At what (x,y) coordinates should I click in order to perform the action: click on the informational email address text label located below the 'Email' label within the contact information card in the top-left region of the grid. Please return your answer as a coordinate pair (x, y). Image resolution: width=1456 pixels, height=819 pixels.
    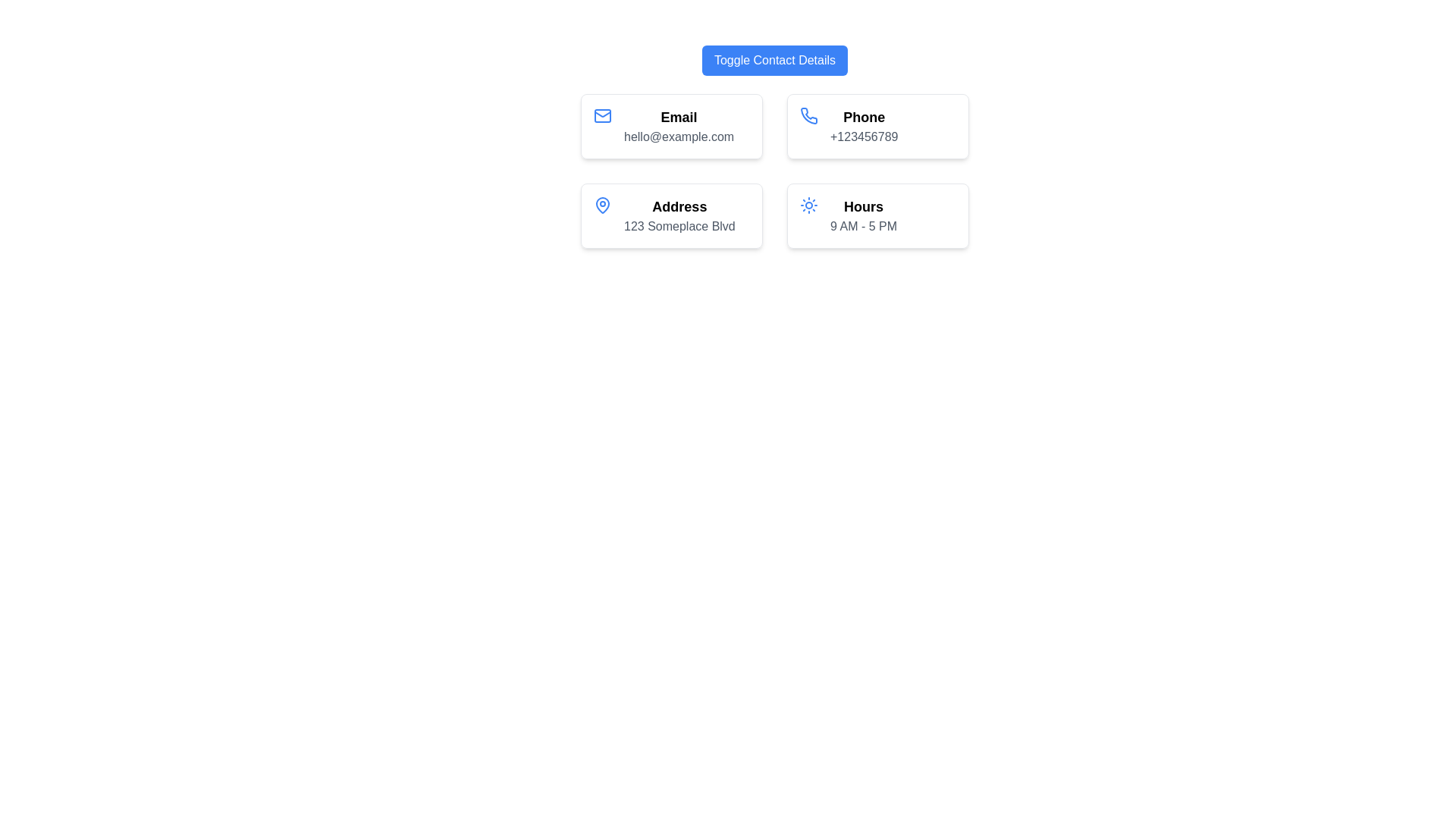
    Looking at the image, I should click on (678, 137).